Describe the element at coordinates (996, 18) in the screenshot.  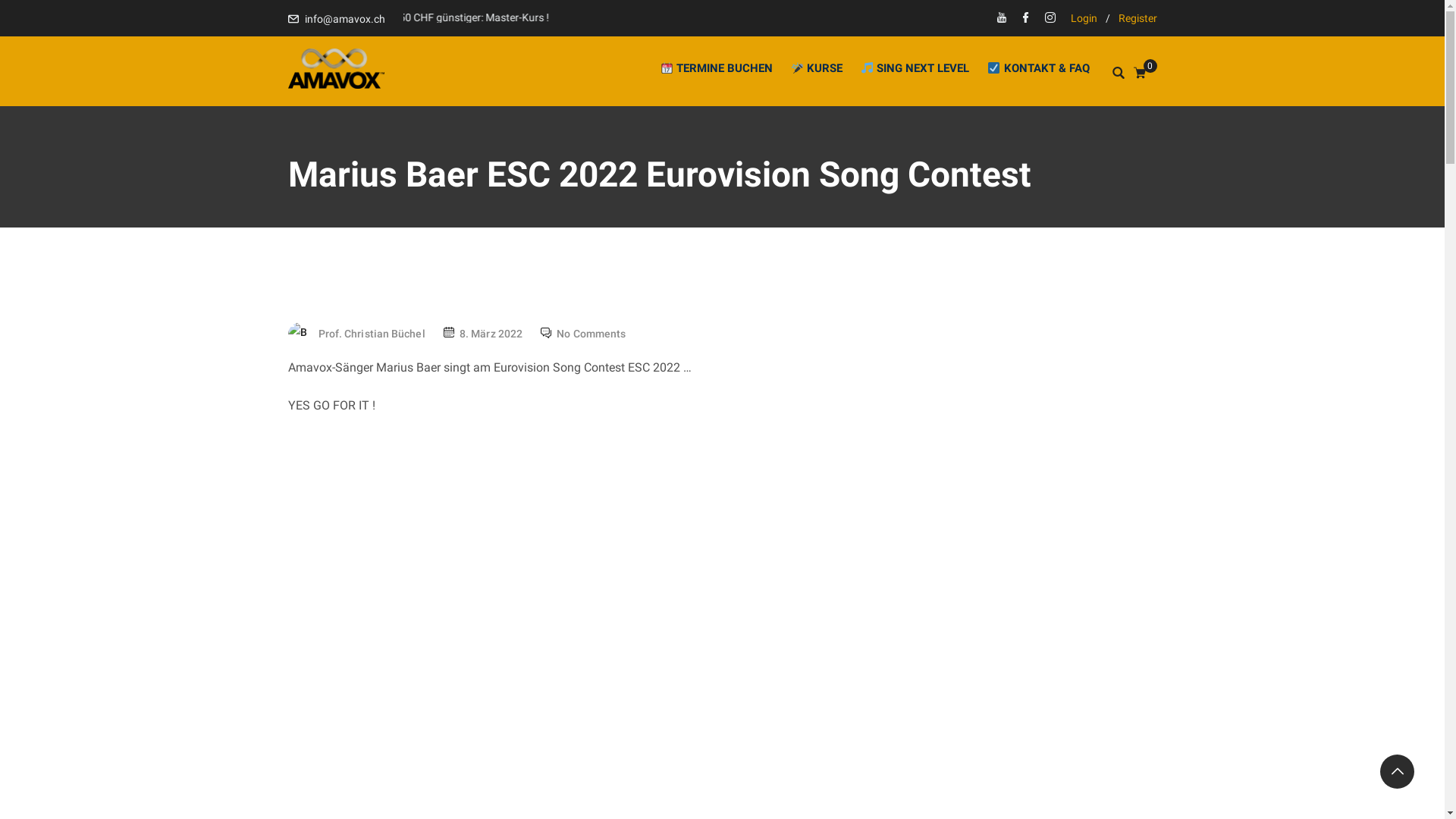
I see `'Youtube'` at that location.